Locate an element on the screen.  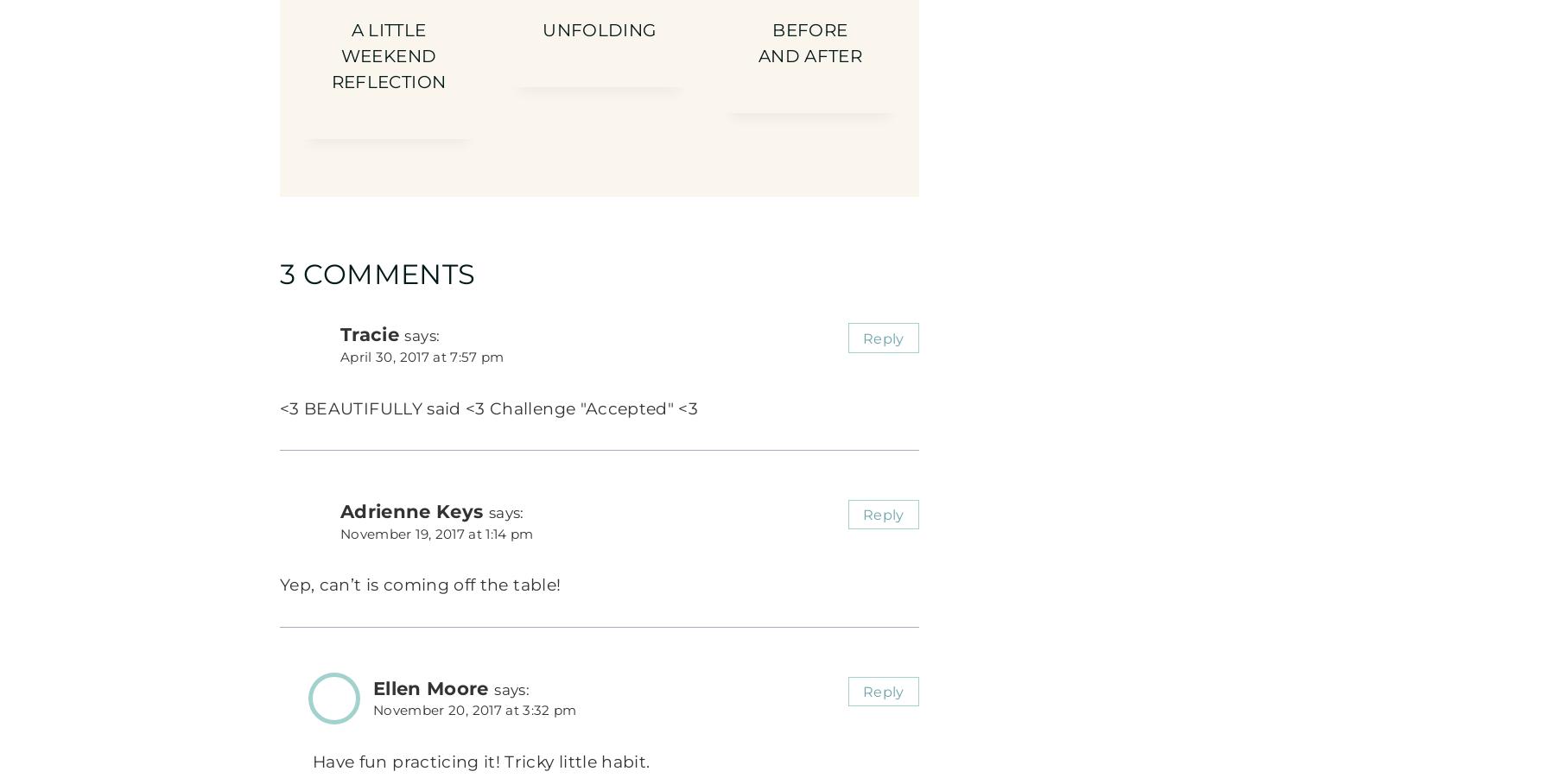
'Adrienne Keys' is located at coordinates (410, 511).